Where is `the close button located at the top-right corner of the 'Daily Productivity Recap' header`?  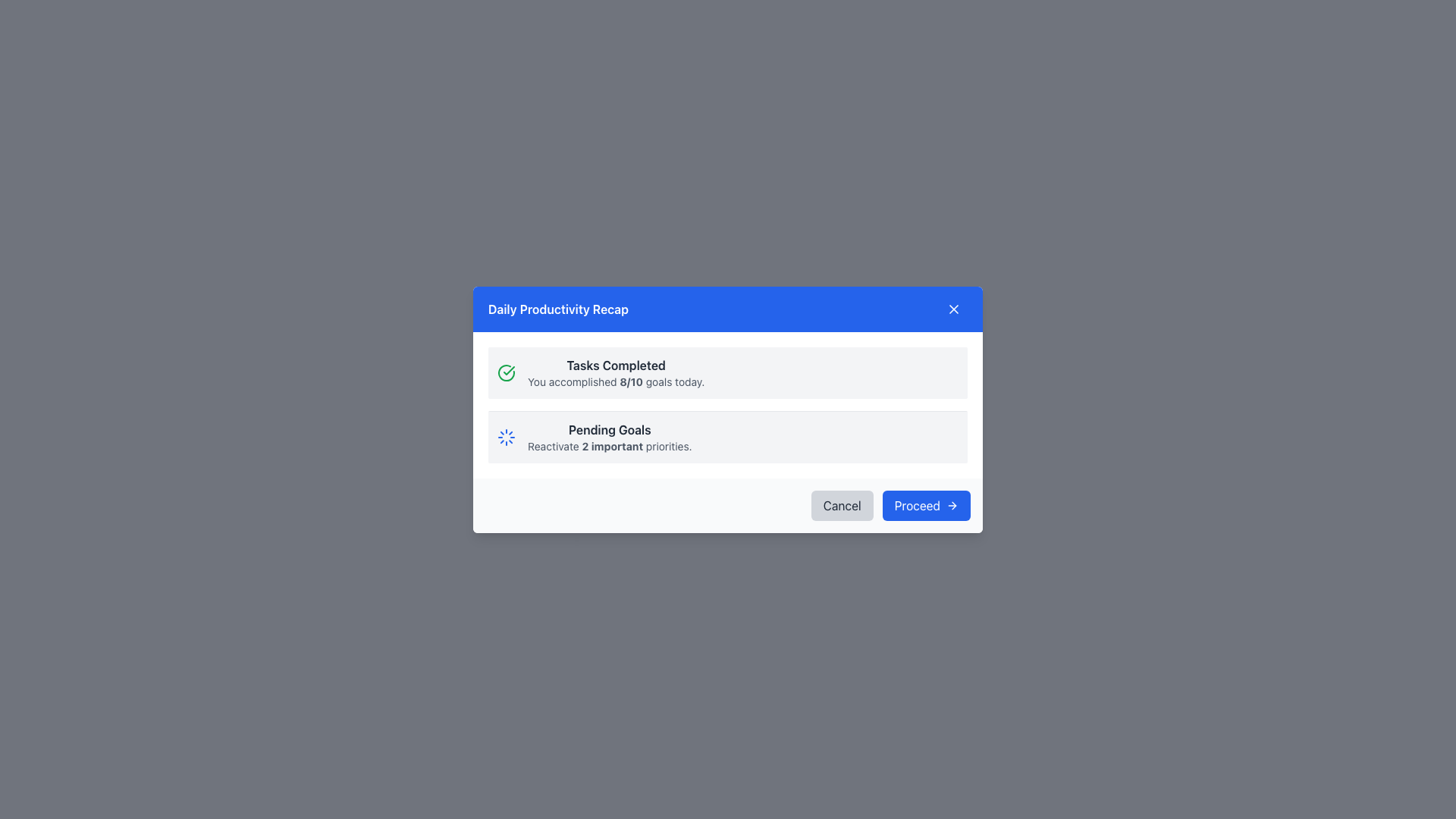 the close button located at the top-right corner of the 'Daily Productivity Recap' header is located at coordinates (952, 308).